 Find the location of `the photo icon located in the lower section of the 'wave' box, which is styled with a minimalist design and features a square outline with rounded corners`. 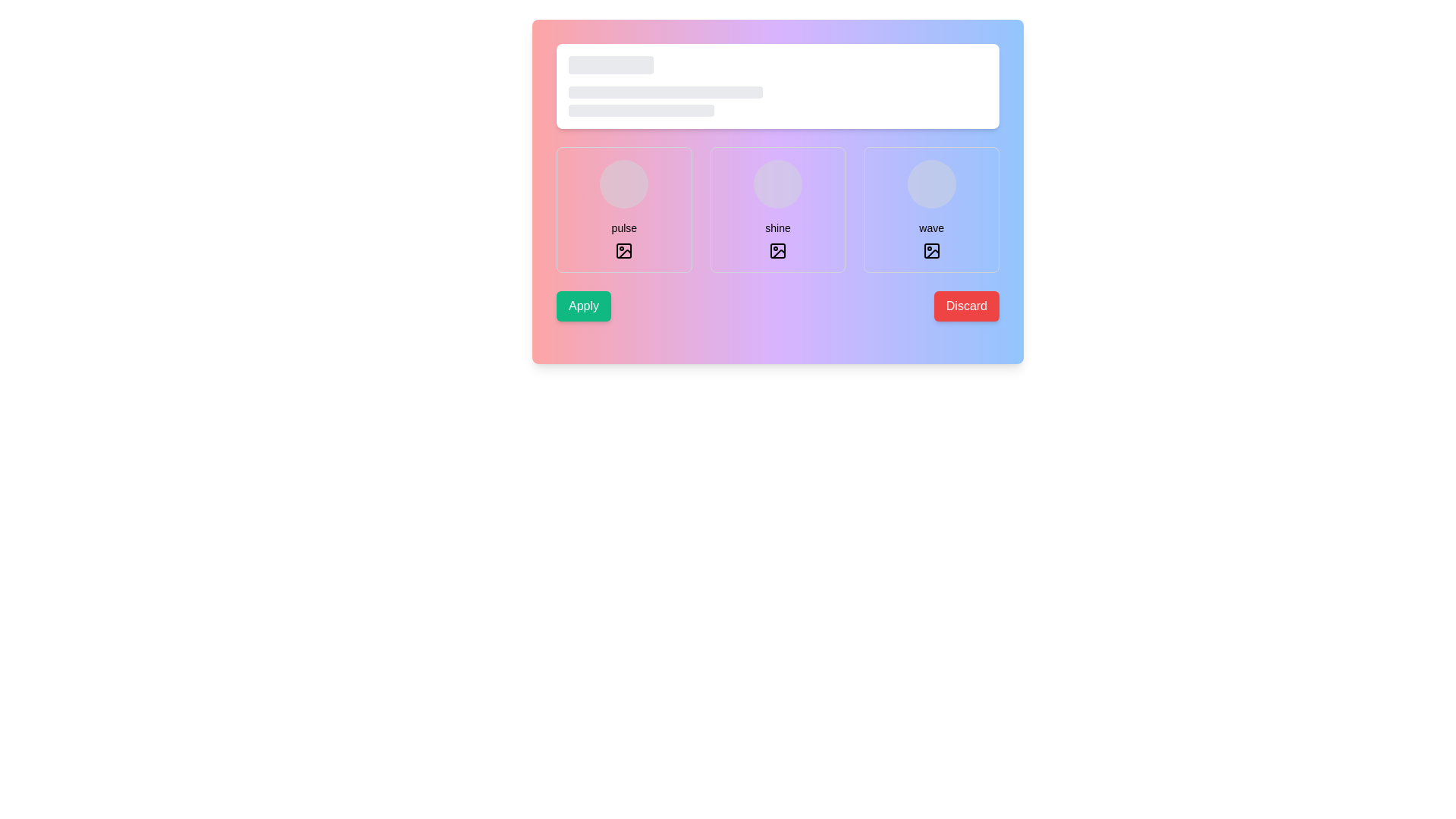

the photo icon located in the lower section of the 'wave' box, which is styled with a minimalist design and features a square outline with rounded corners is located at coordinates (930, 250).